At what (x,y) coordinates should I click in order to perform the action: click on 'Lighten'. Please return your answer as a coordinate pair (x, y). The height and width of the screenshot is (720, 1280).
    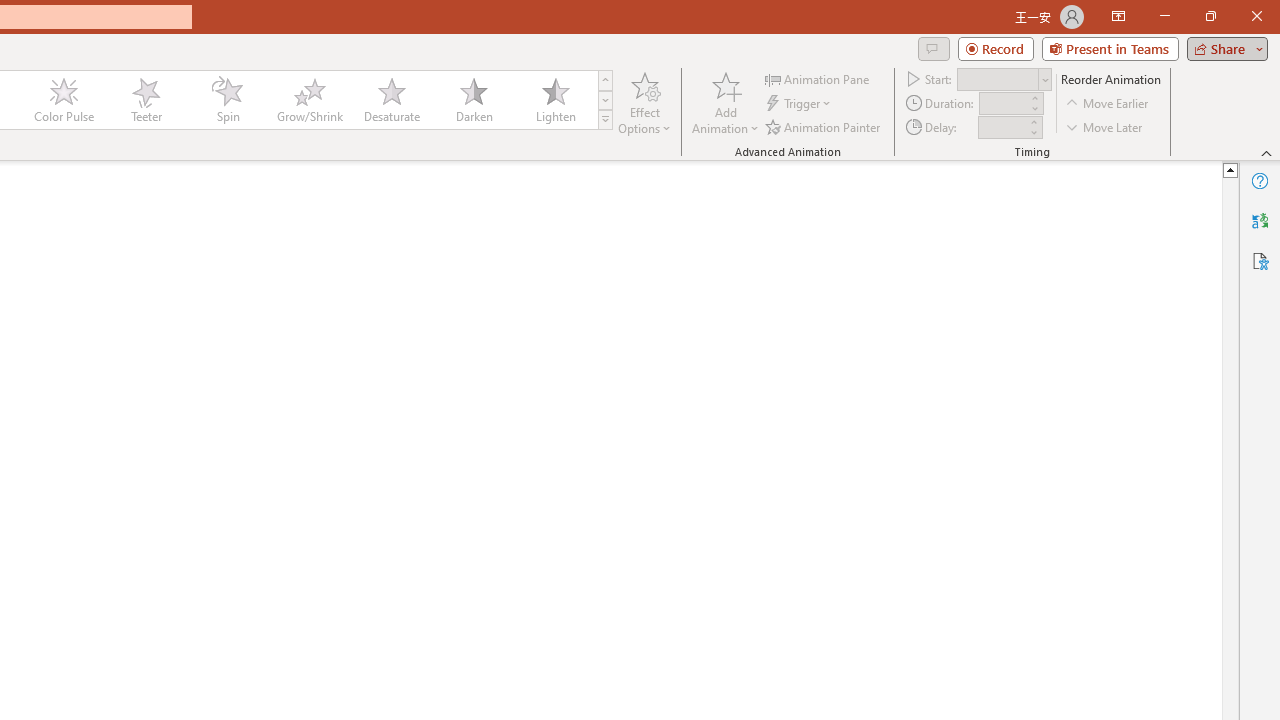
    Looking at the image, I should click on (555, 100).